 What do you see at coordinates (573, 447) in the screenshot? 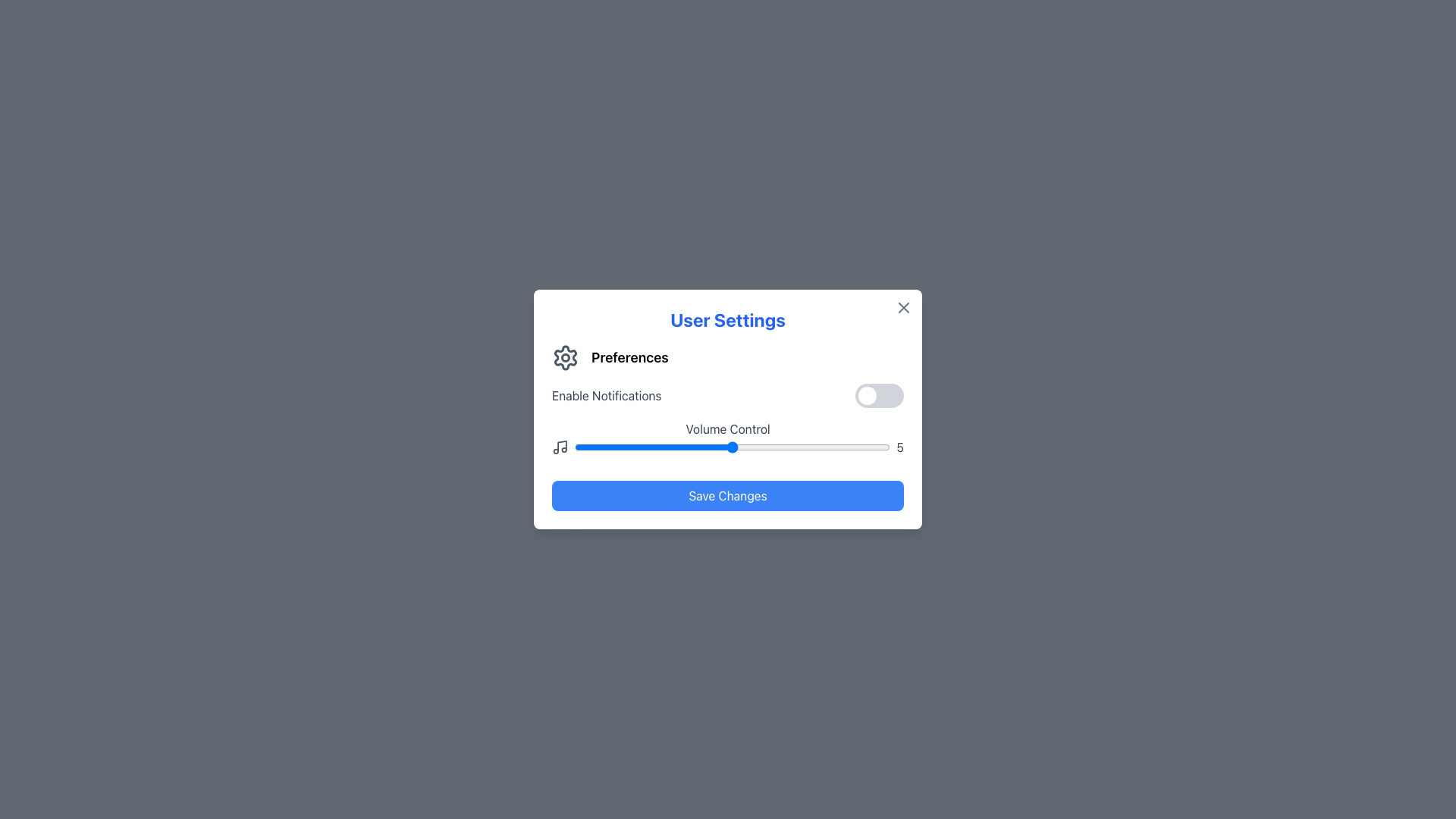
I see `the volume level` at bounding box center [573, 447].